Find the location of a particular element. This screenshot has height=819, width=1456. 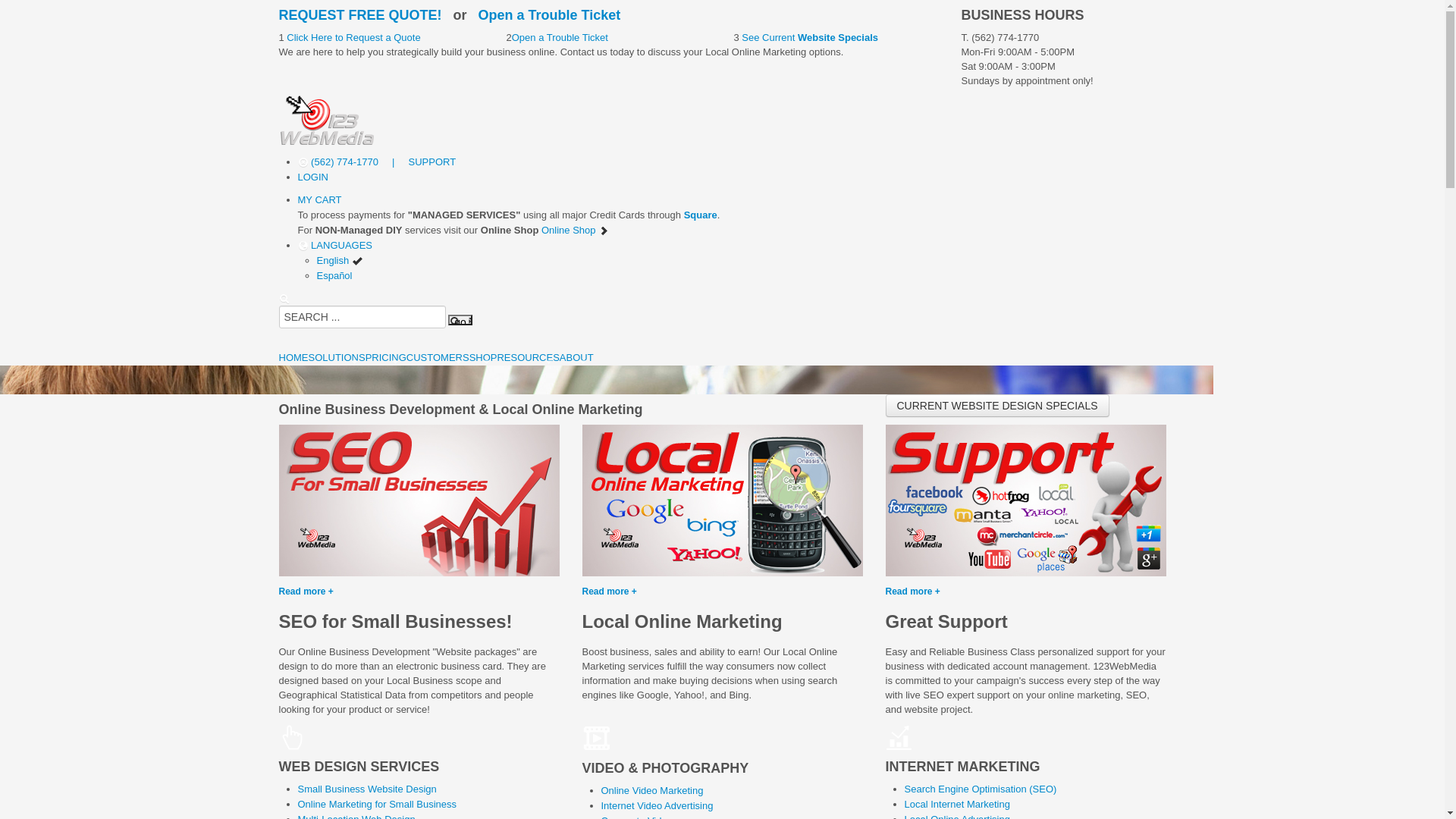

'Internet Video Advertising' is located at coordinates (600, 805).